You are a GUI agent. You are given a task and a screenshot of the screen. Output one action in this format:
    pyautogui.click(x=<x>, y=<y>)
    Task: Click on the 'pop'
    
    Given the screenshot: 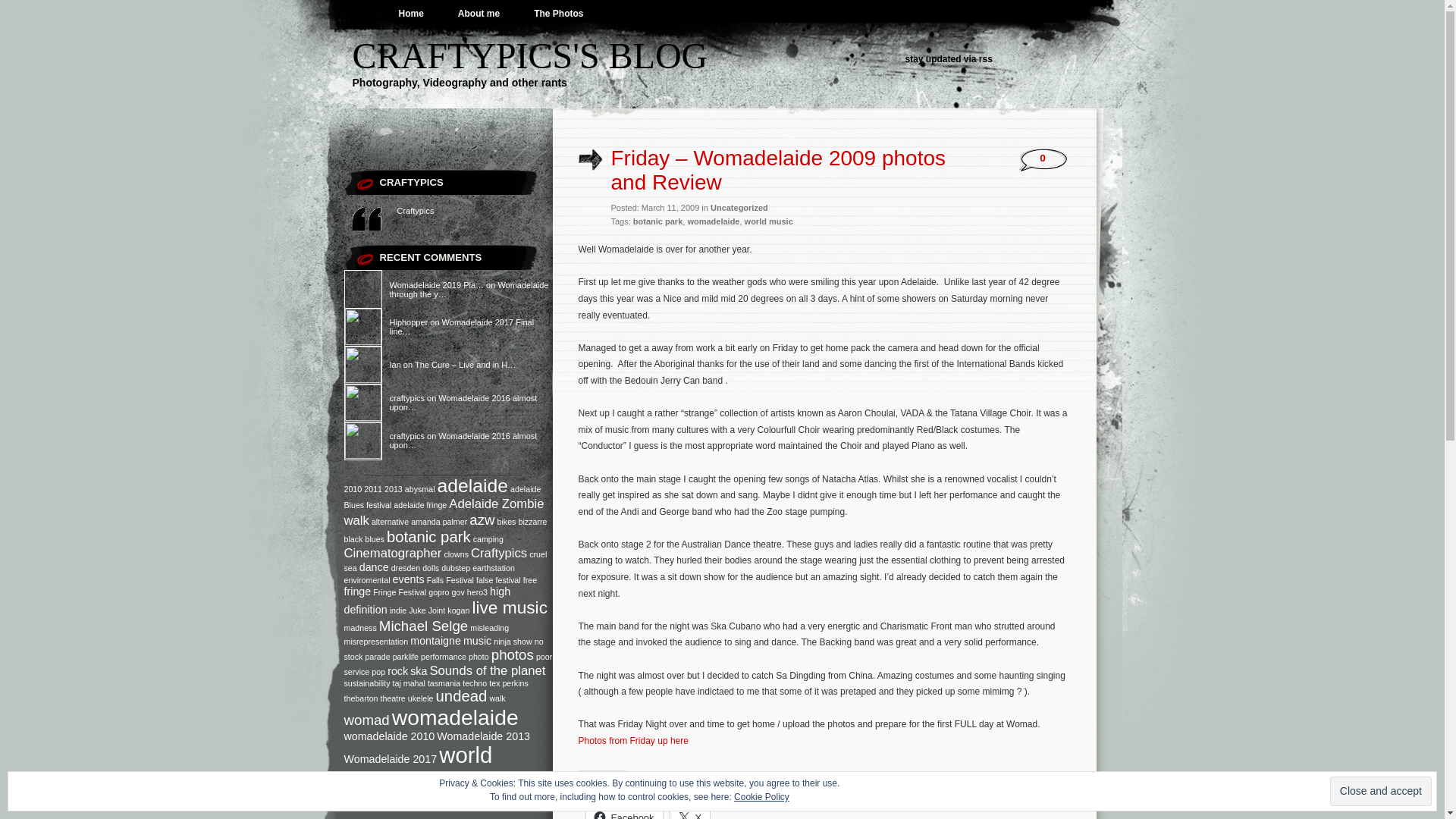 What is the action you would take?
    pyautogui.click(x=371, y=671)
    